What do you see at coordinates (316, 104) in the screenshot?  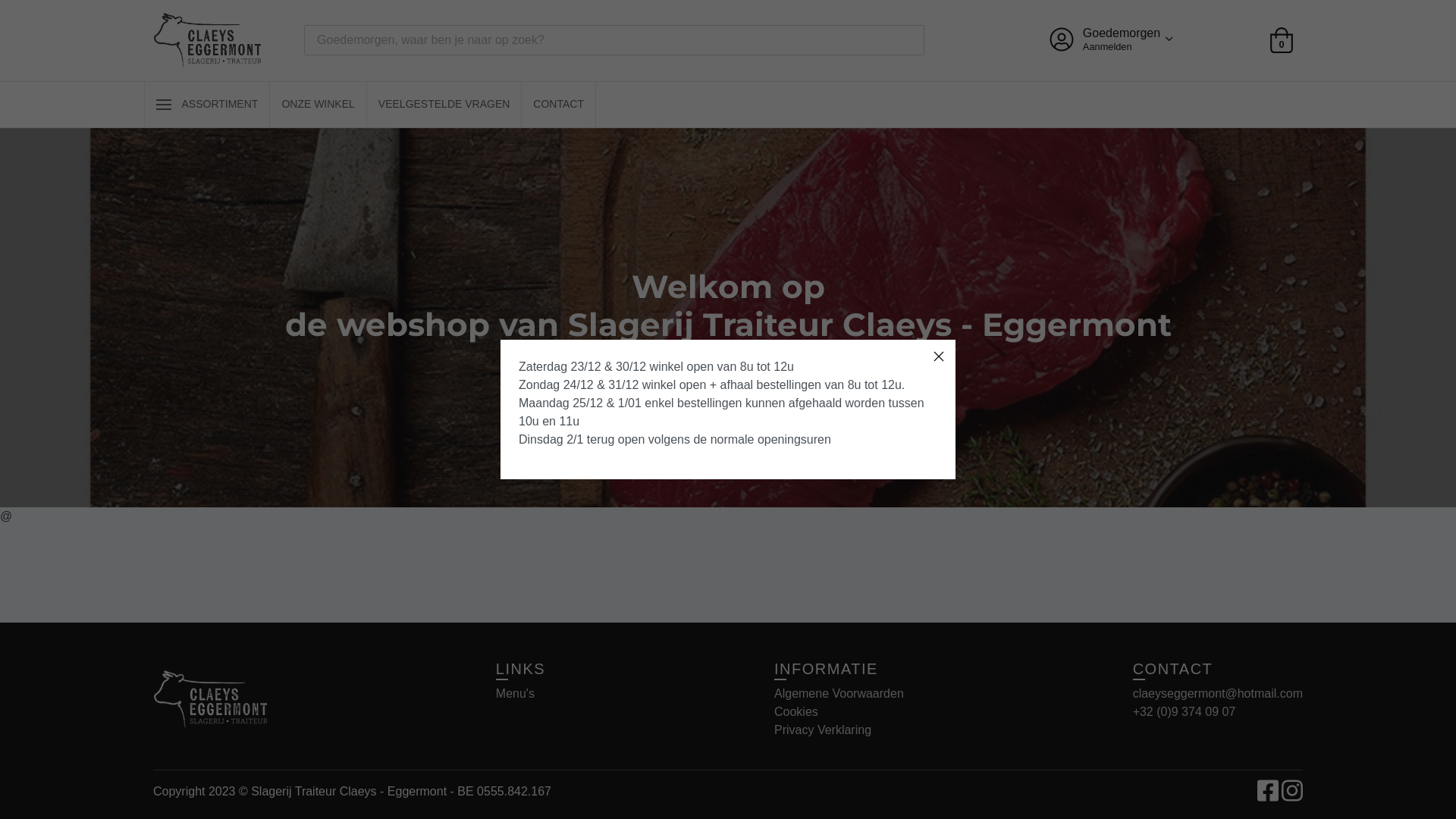 I see `'ONZE WINKEL'` at bounding box center [316, 104].